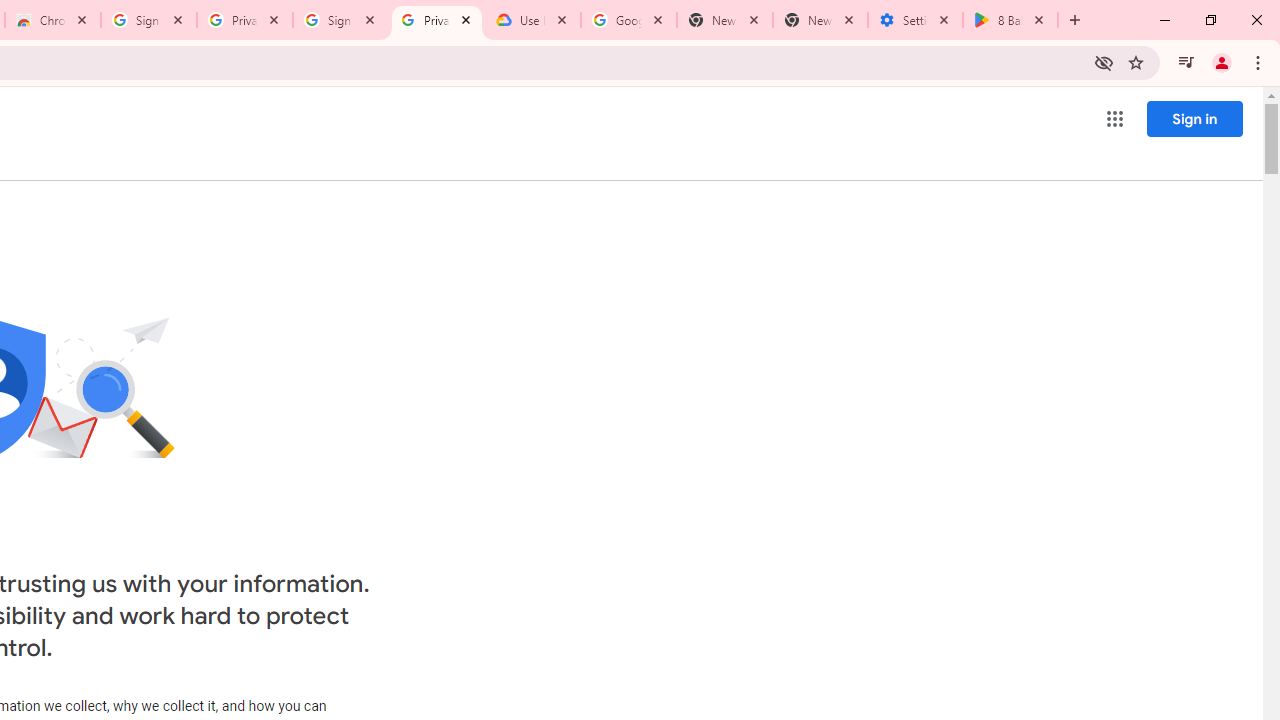 The width and height of the screenshot is (1280, 720). What do you see at coordinates (820, 20) in the screenshot?
I see `'New Tab'` at bounding box center [820, 20].